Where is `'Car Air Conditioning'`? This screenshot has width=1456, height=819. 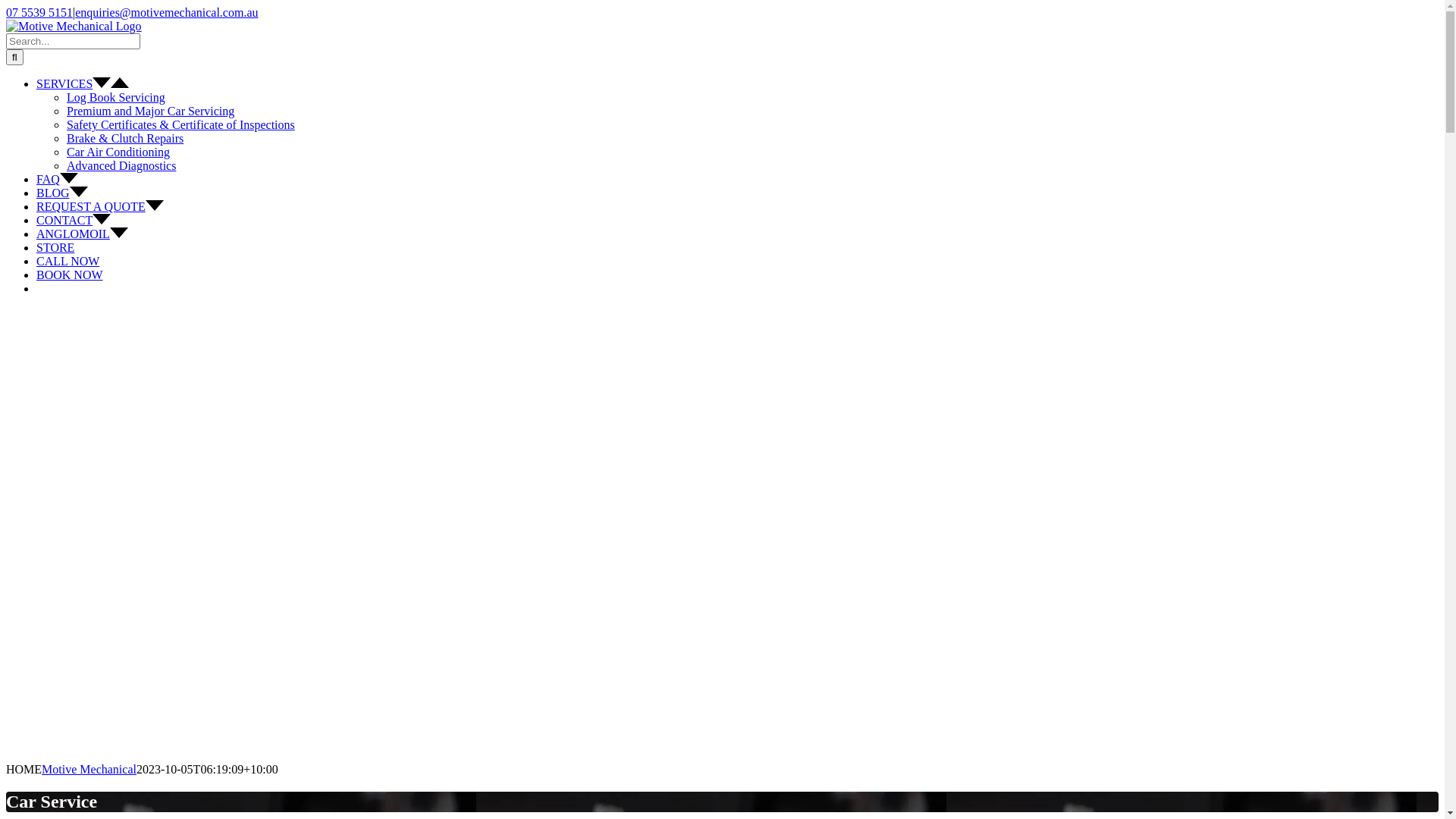 'Car Air Conditioning' is located at coordinates (118, 152).